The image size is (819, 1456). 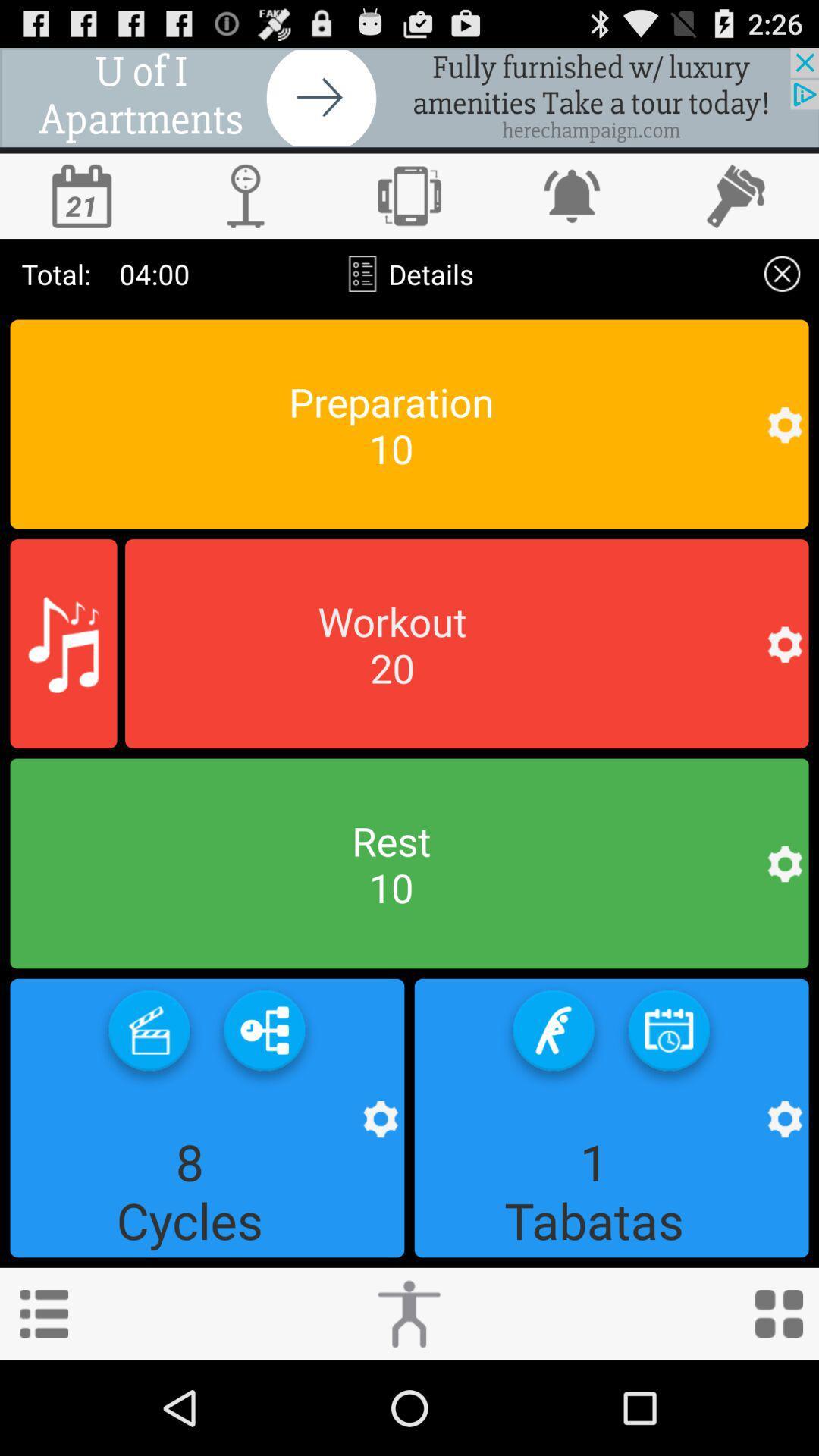 I want to click on close, so click(x=782, y=274).